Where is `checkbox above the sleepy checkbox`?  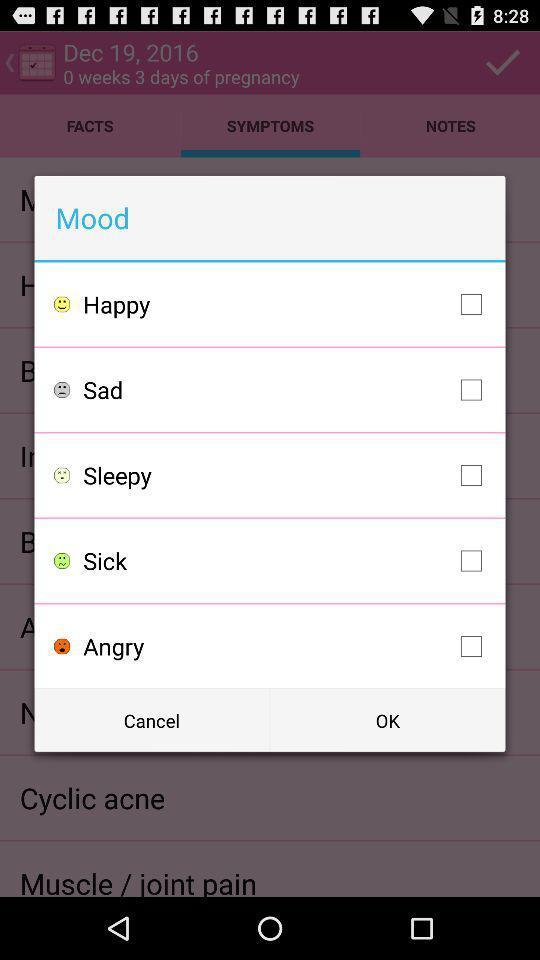
checkbox above the sleepy checkbox is located at coordinates (286, 388).